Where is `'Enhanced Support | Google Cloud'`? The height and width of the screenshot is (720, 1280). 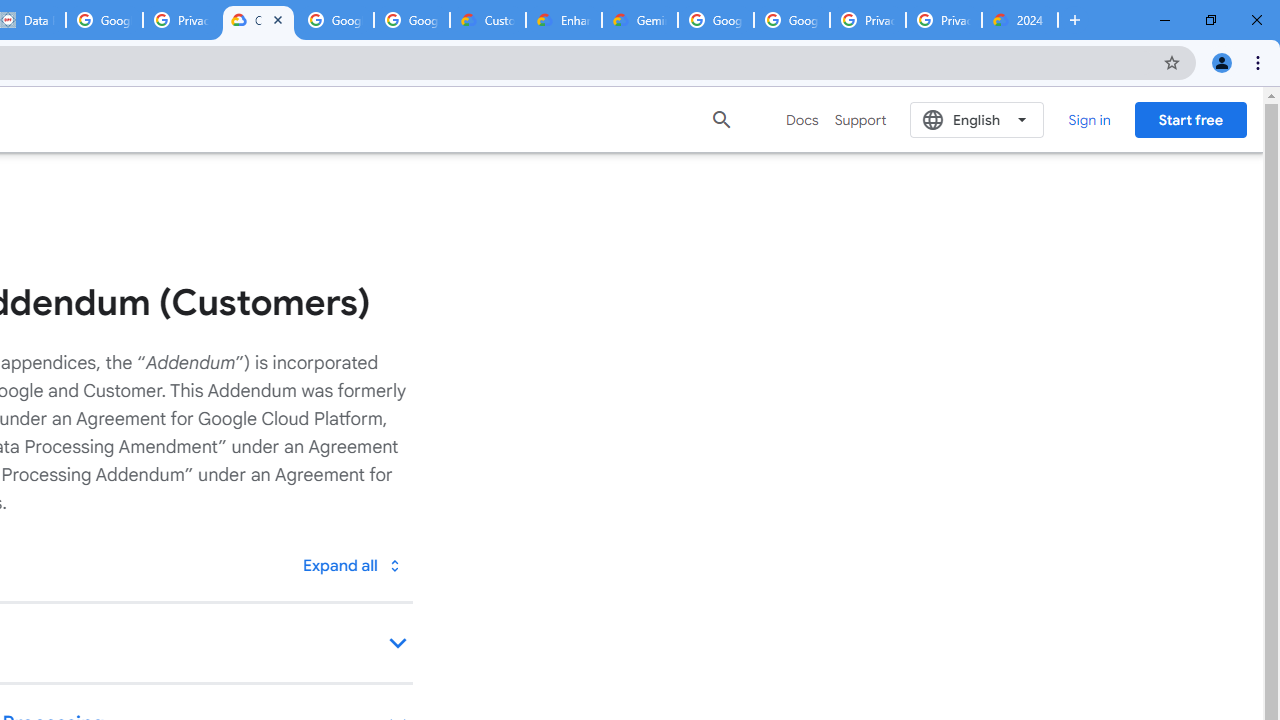 'Enhanced Support | Google Cloud' is located at coordinates (562, 20).